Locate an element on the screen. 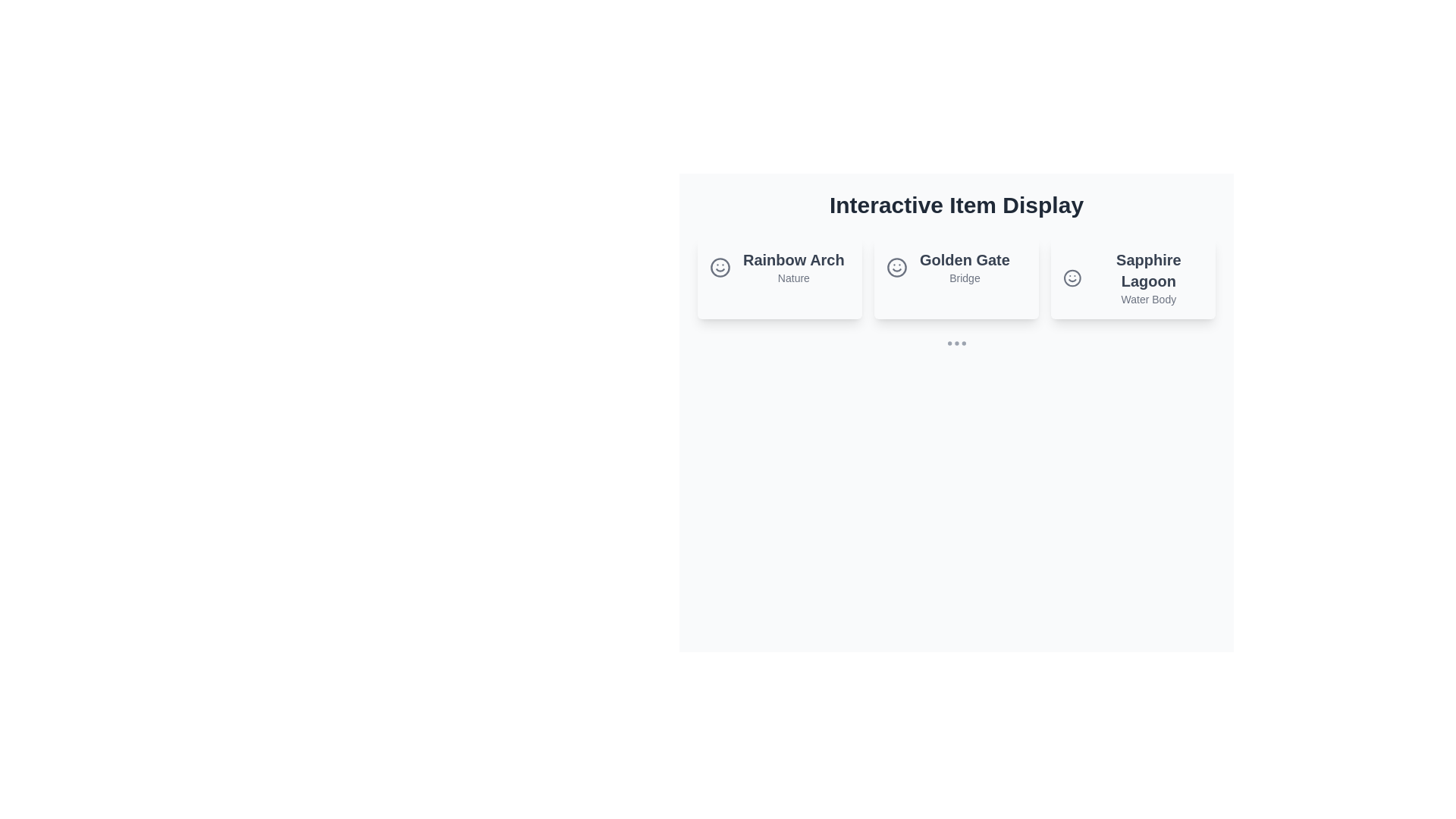 The width and height of the screenshot is (1456, 819). the Interactive Card for 'Rainbow Arch' in the top-left position of the grid layout is located at coordinates (780, 278).